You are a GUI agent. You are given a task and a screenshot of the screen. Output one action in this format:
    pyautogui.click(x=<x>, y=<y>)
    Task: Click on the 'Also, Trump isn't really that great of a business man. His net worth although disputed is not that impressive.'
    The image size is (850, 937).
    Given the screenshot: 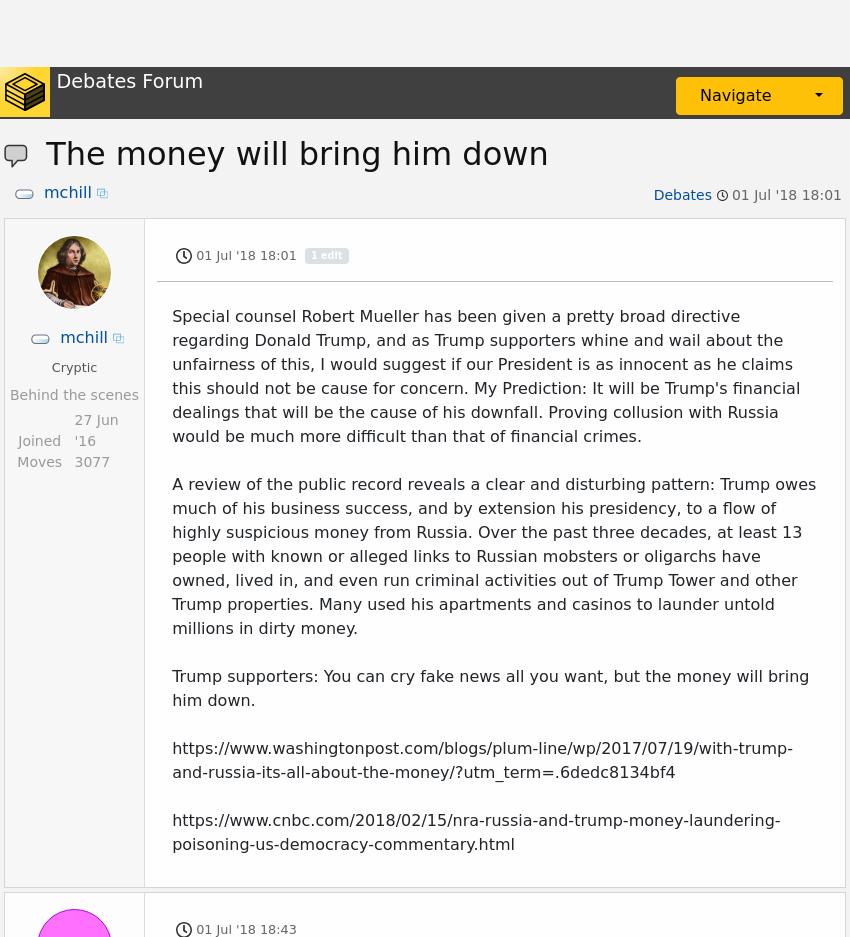 What is the action you would take?
    pyautogui.click(x=477, y=581)
    